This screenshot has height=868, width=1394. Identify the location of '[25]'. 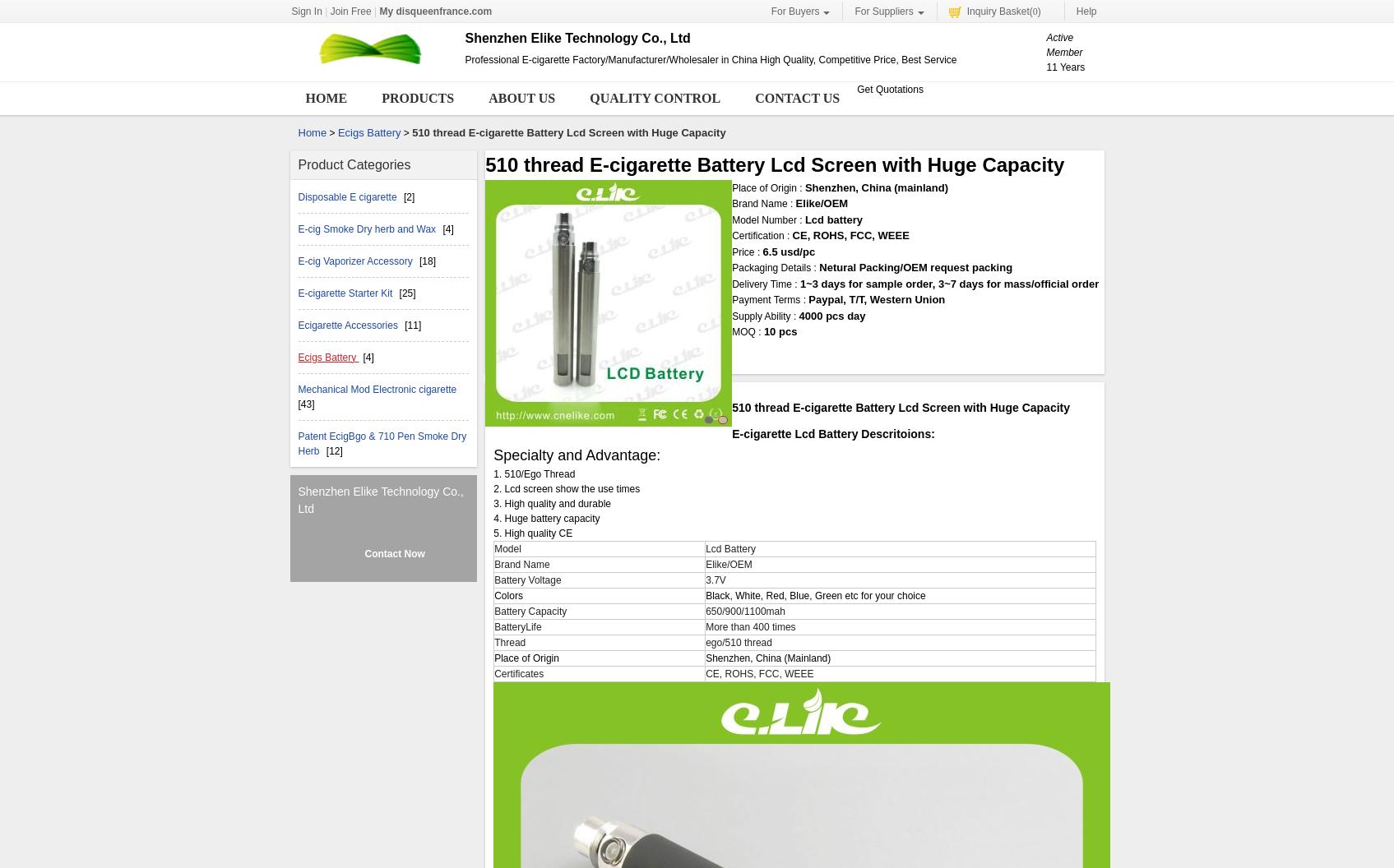
(405, 291).